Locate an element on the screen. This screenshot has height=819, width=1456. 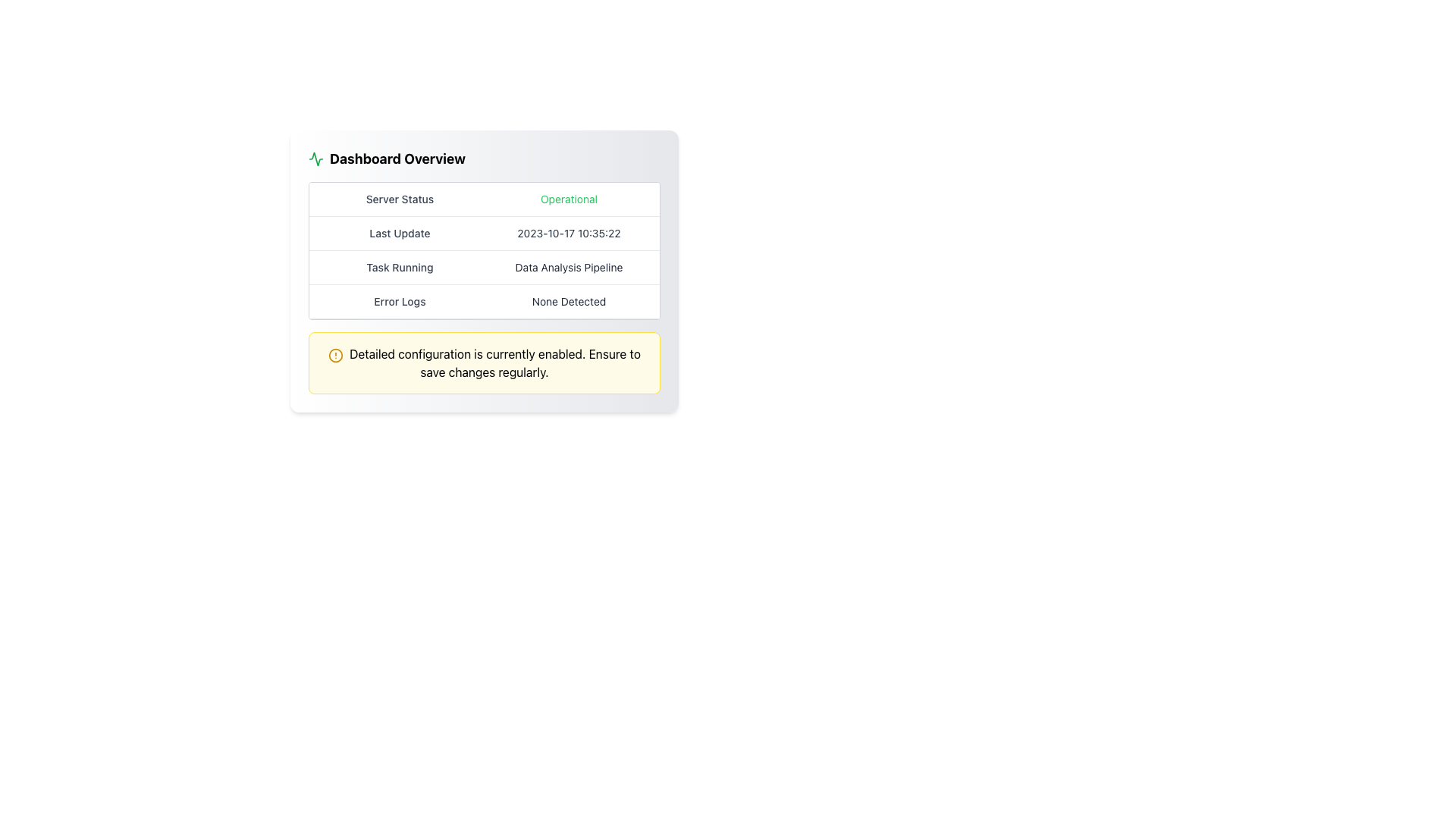
alert message from the Informational Message Banner located below the server status table in the 'Dashboard Overview' section is located at coordinates (483, 362).